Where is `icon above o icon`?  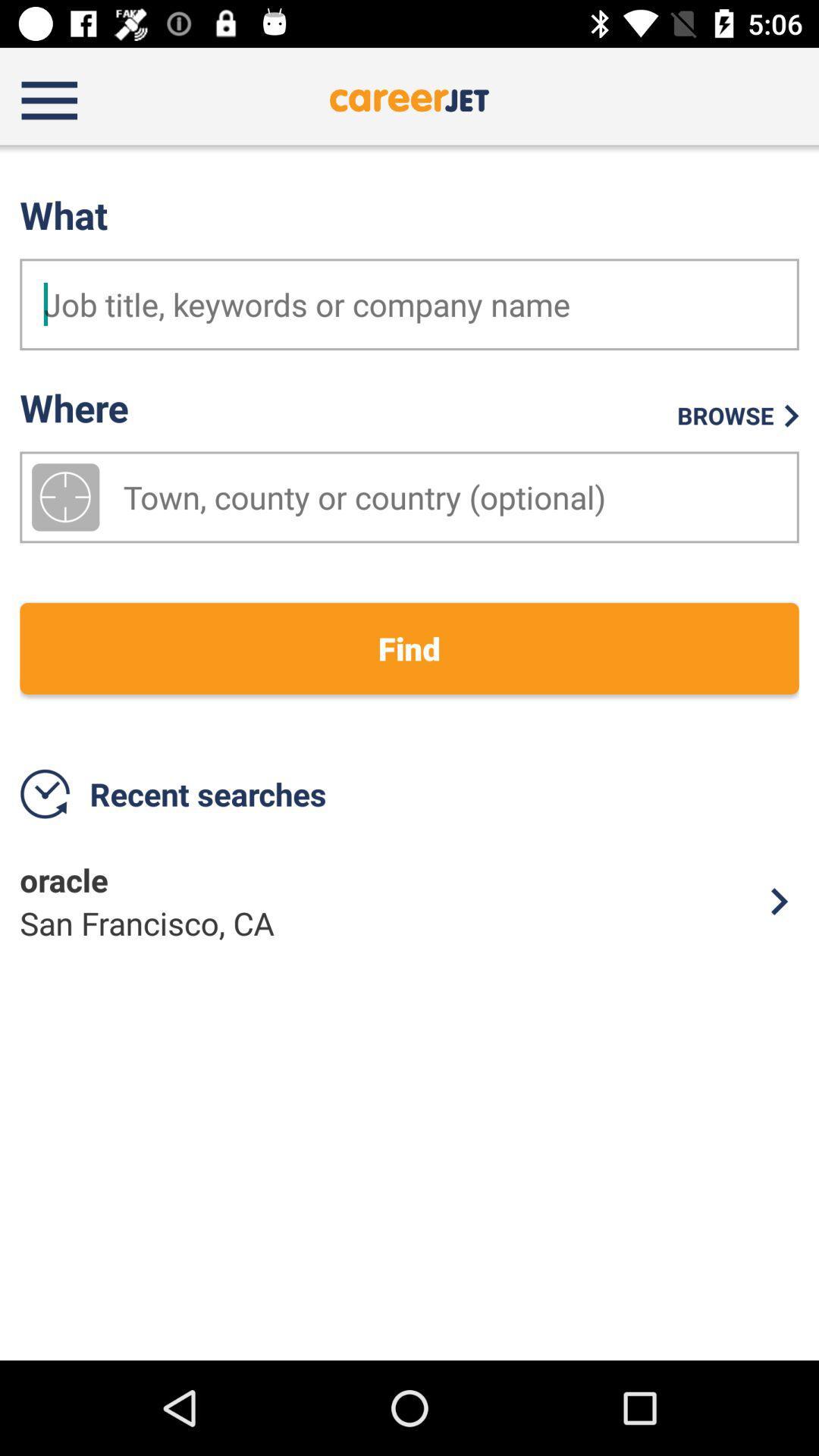
icon above o icon is located at coordinates (409, 648).